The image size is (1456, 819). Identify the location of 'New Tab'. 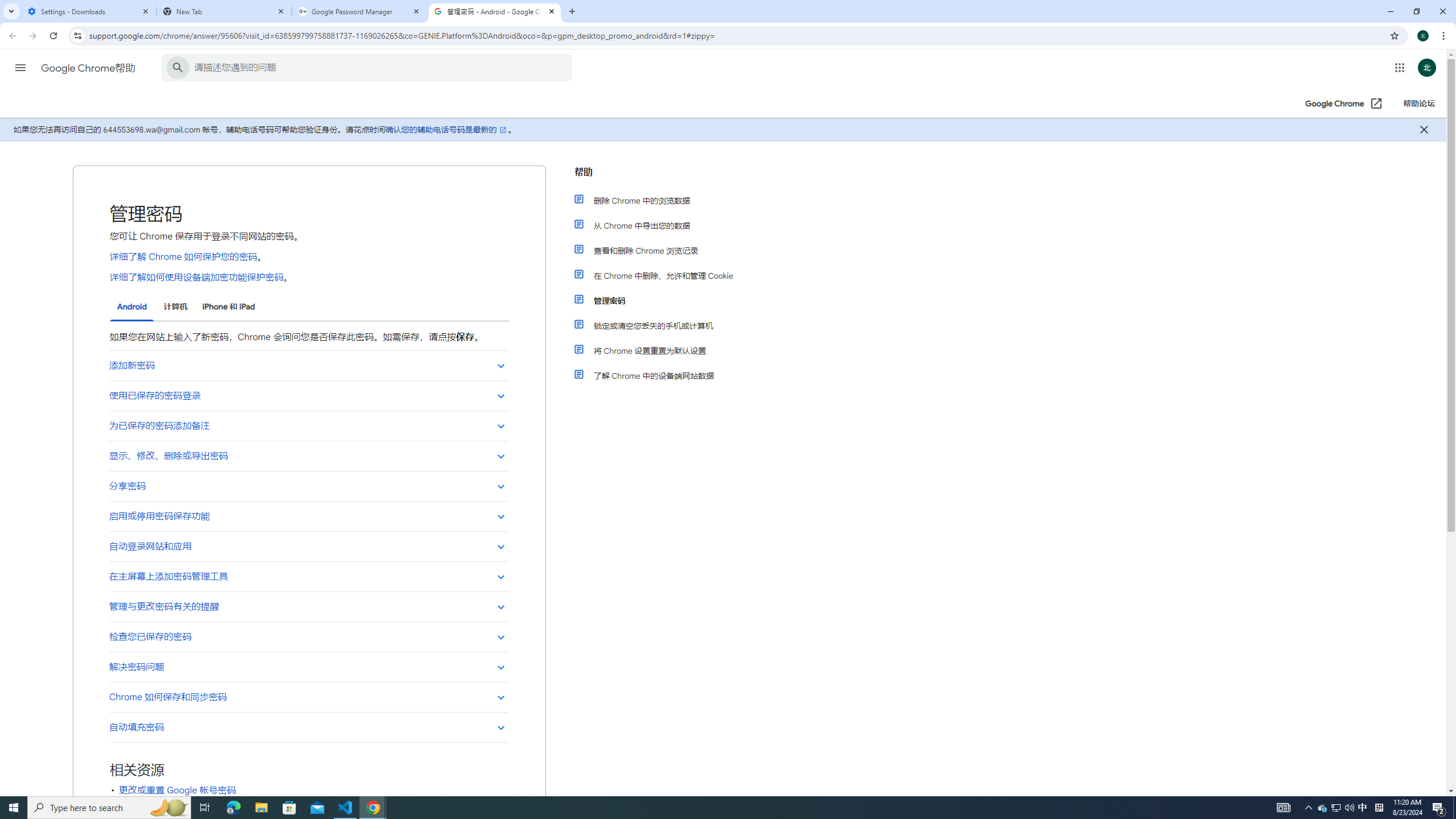
(224, 11).